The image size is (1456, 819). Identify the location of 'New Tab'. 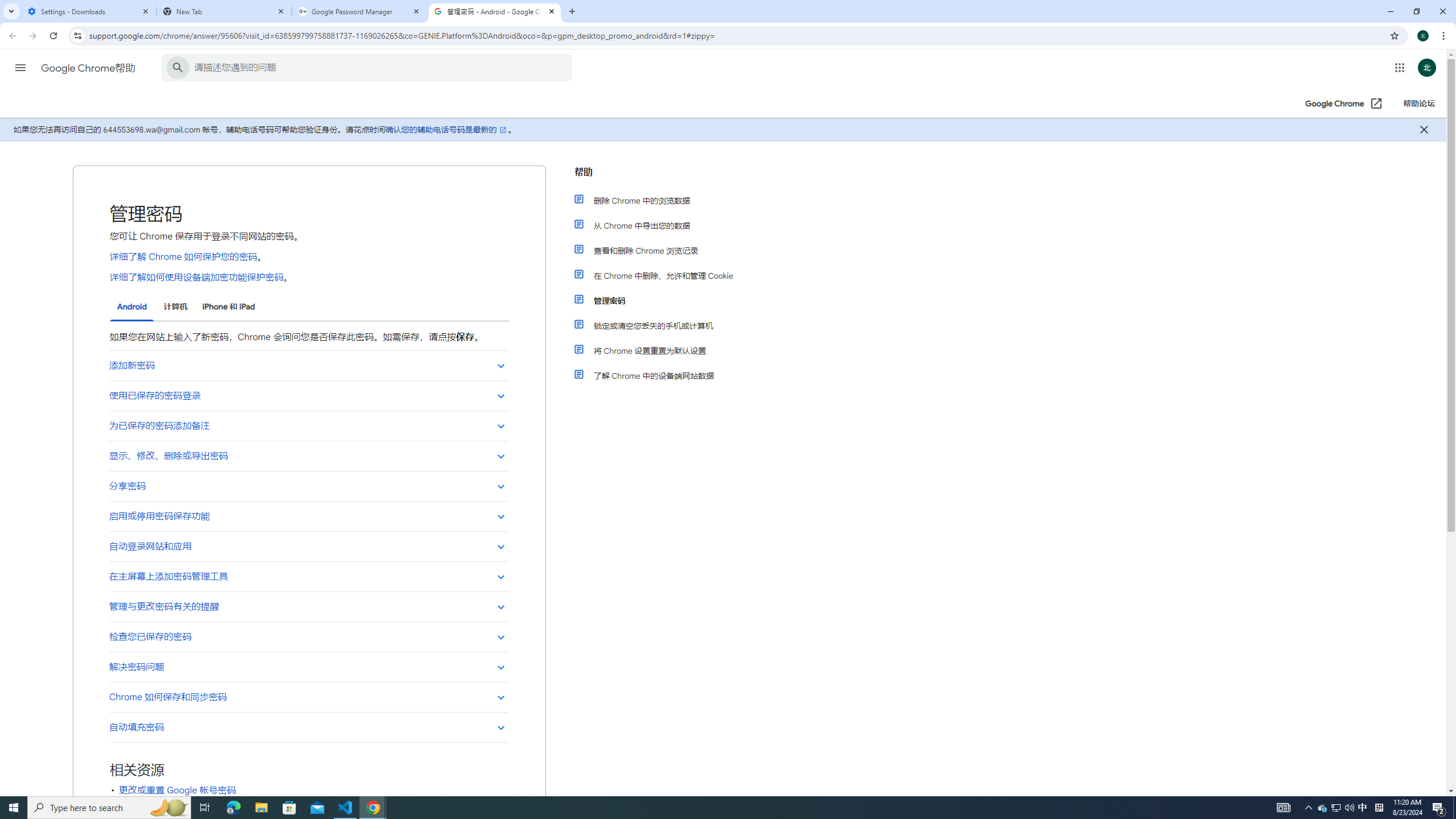
(224, 11).